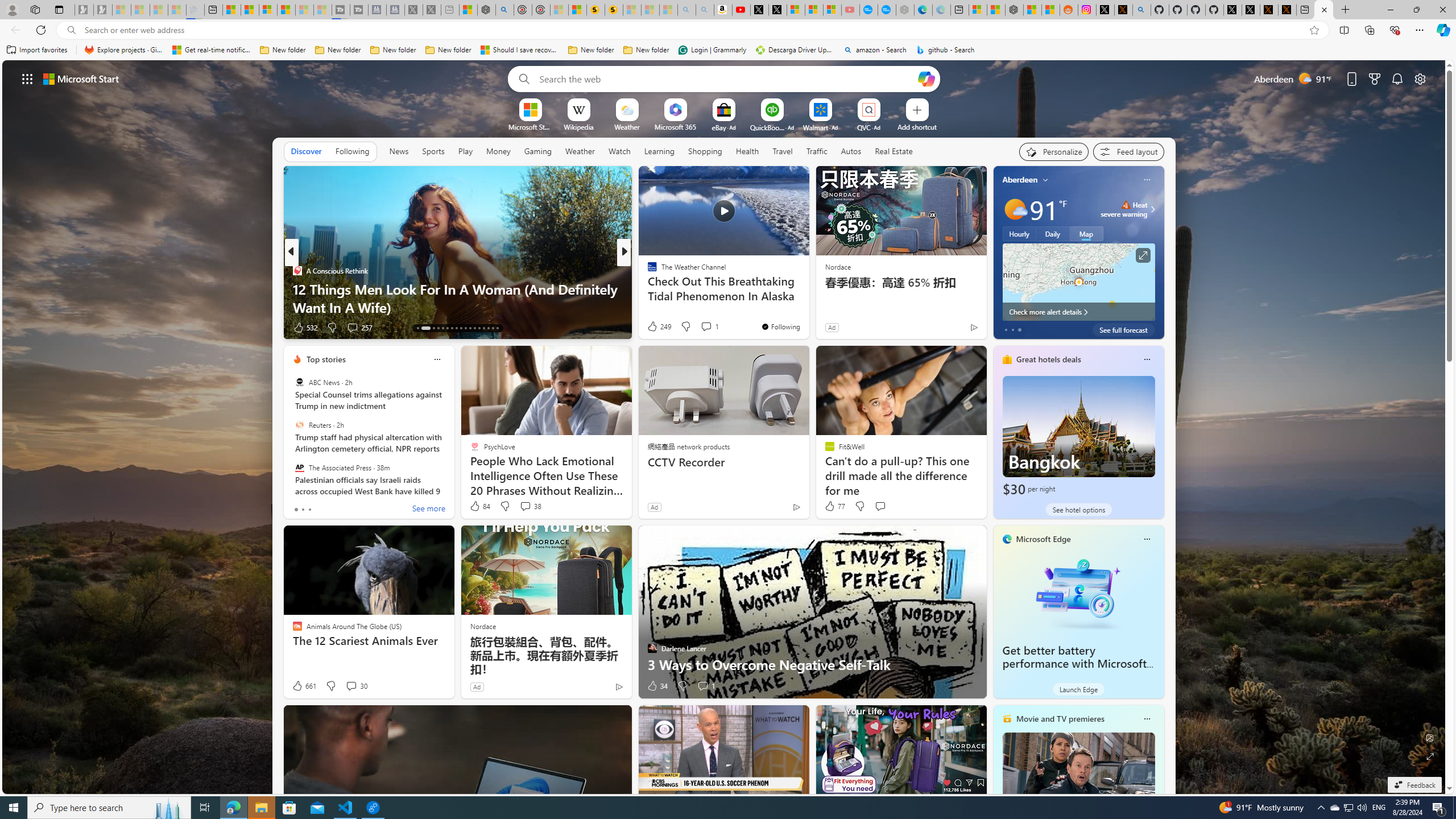  What do you see at coordinates (81, 78) in the screenshot?
I see `'Microsoft start'` at bounding box center [81, 78].